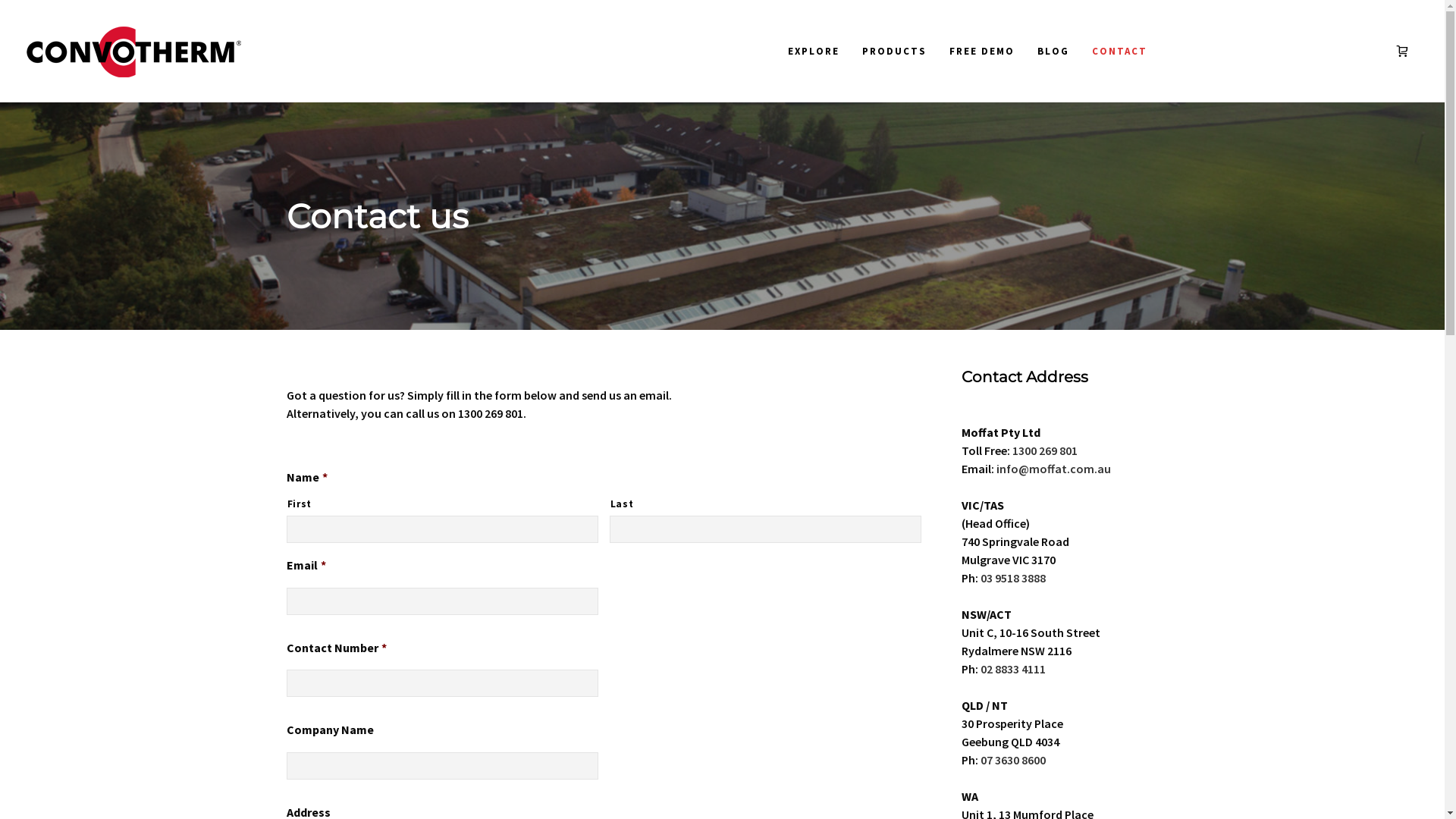 The width and height of the screenshot is (1456, 819). Describe the element at coordinates (1012, 578) in the screenshot. I see `'03 9518 3888'` at that location.